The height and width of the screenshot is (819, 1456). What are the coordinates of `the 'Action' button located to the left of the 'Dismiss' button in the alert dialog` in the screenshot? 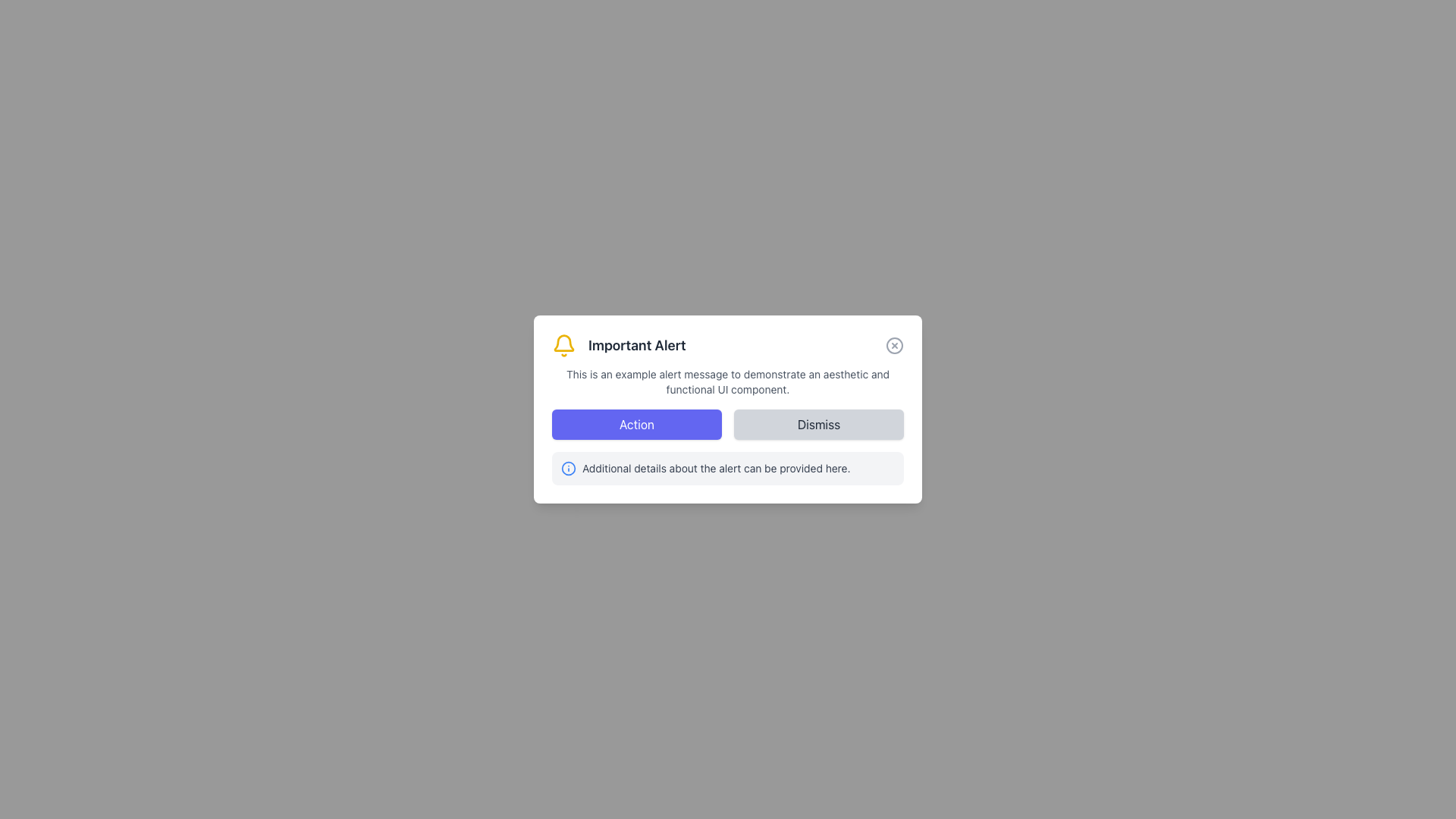 It's located at (637, 424).